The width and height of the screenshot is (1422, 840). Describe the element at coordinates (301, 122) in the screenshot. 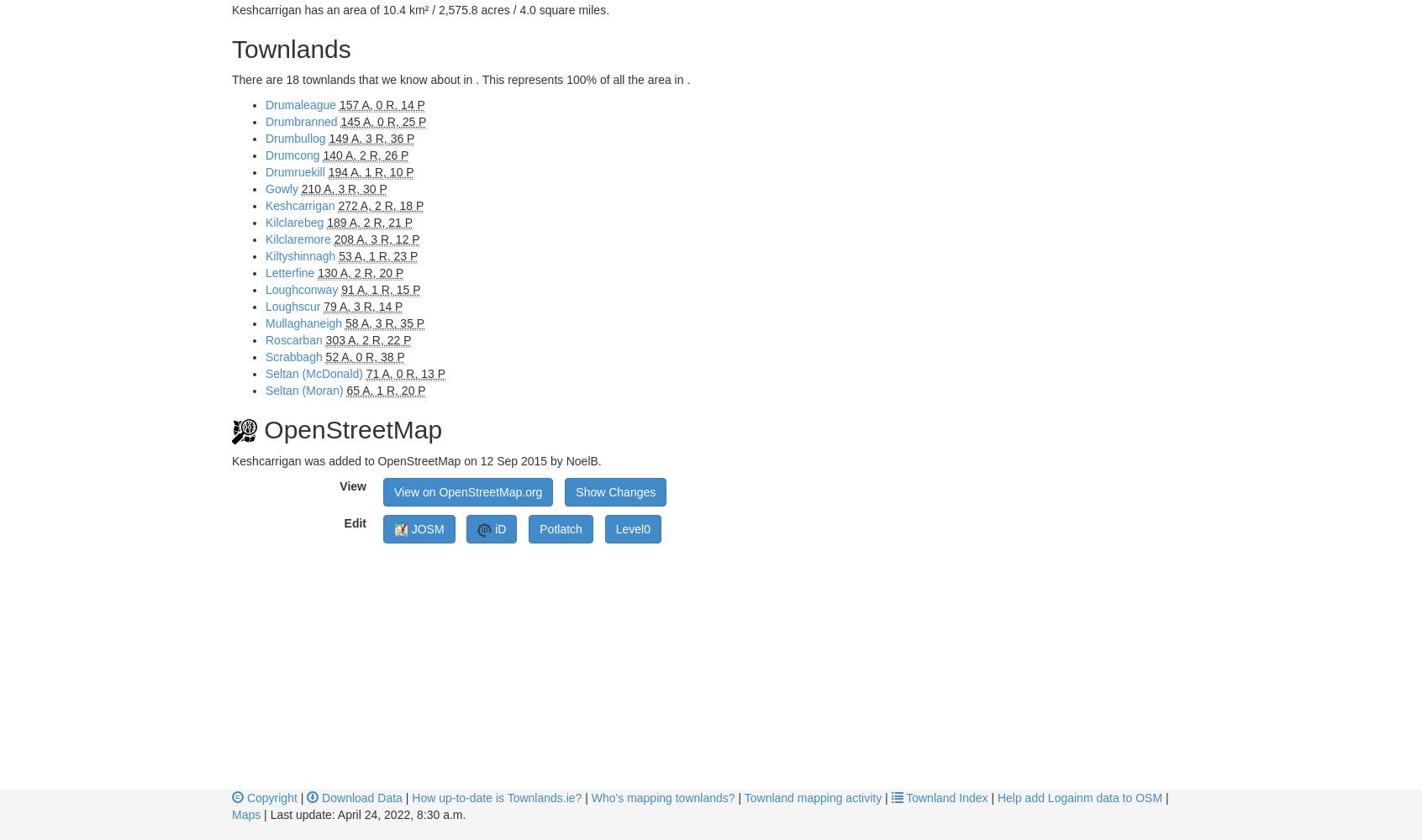

I see `'Drumbranned'` at that location.